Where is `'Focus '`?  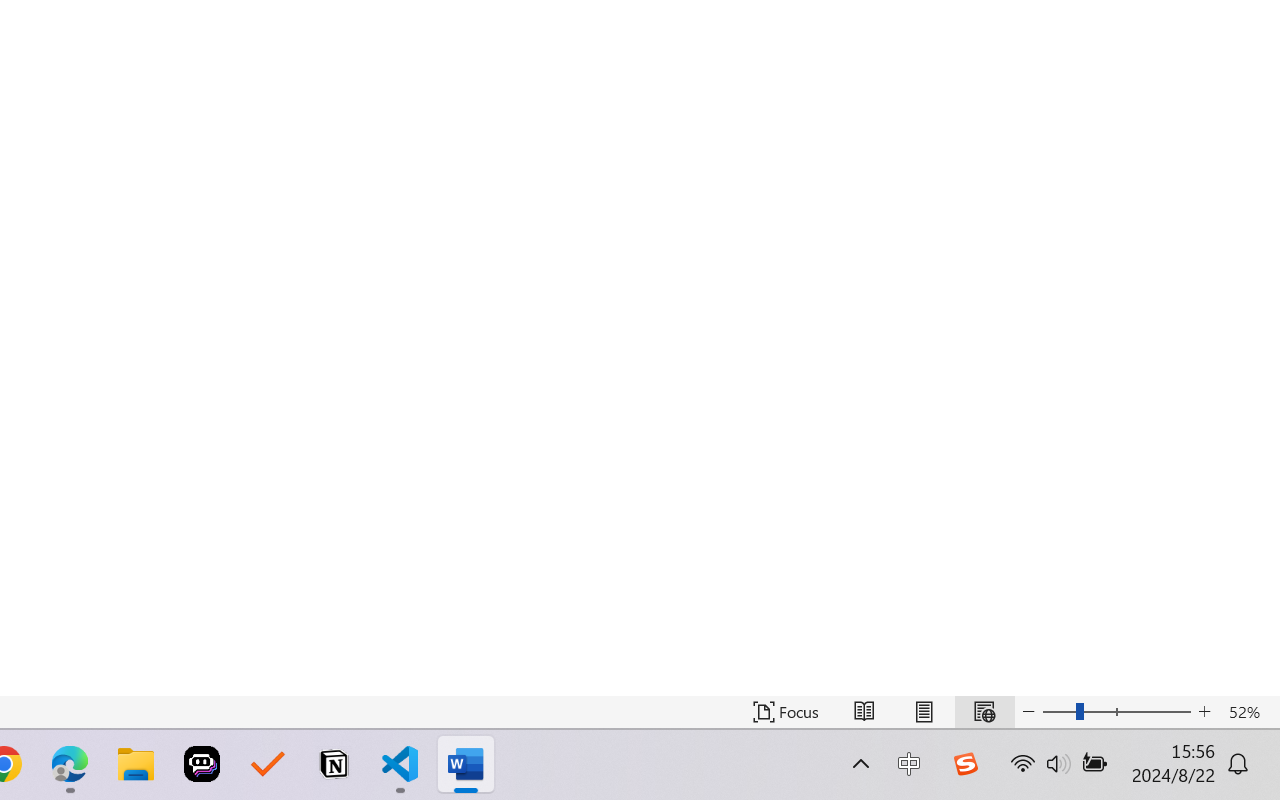
'Focus ' is located at coordinates (785, 711).